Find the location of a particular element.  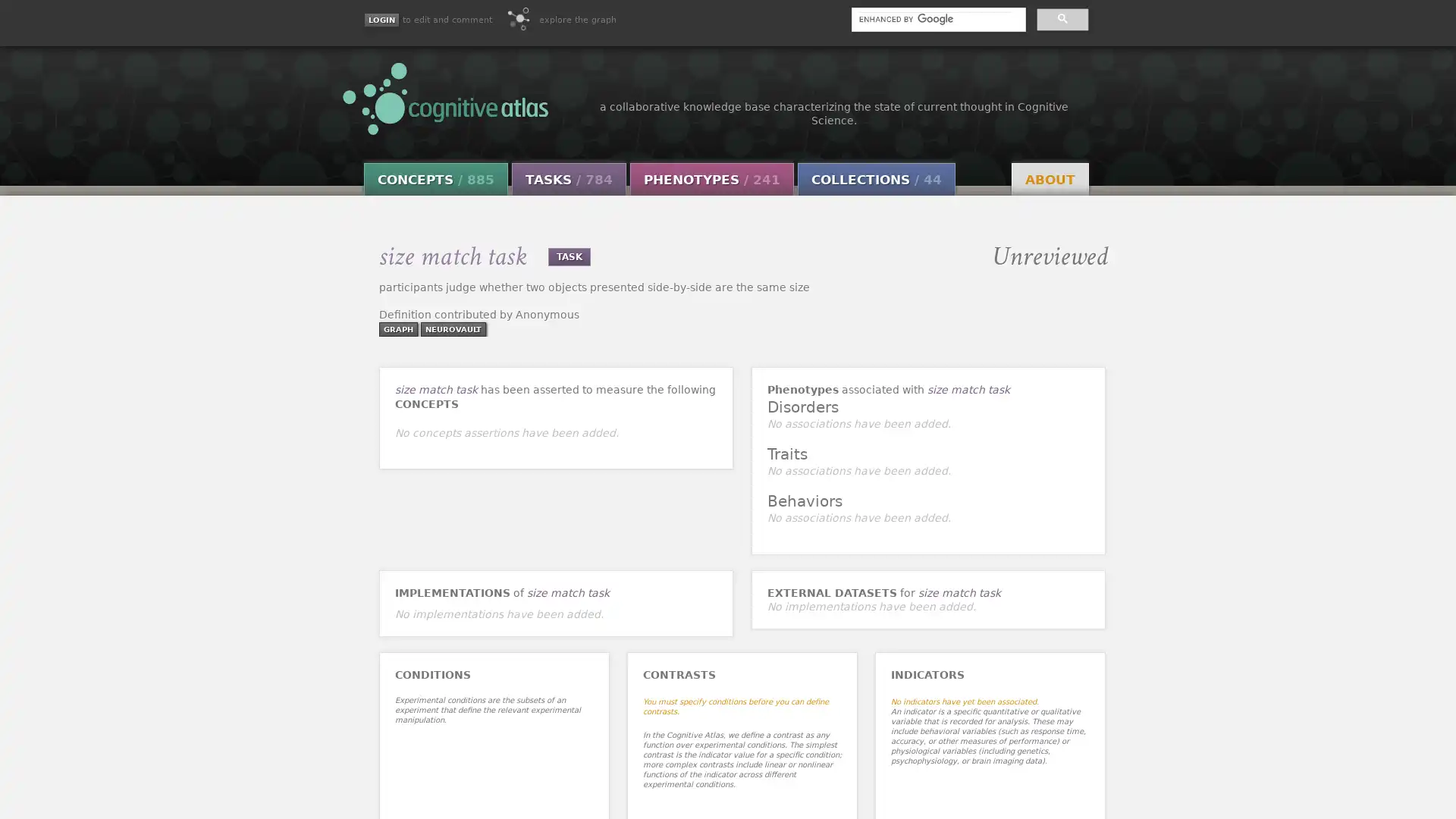

GRAPH is located at coordinates (397, 328).